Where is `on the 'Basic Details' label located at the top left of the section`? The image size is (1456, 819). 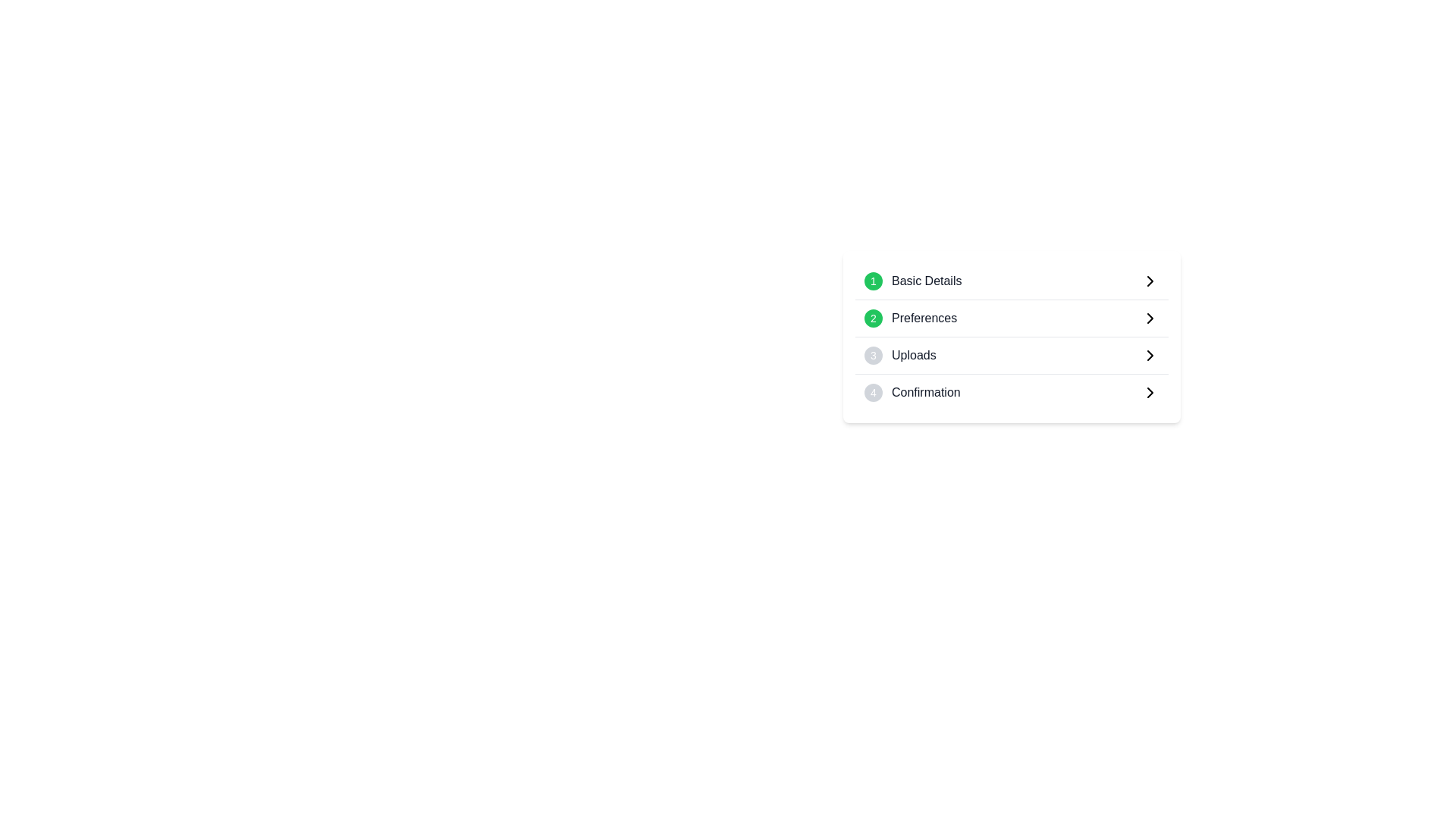 on the 'Basic Details' label located at the top left of the section is located at coordinates (912, 281).